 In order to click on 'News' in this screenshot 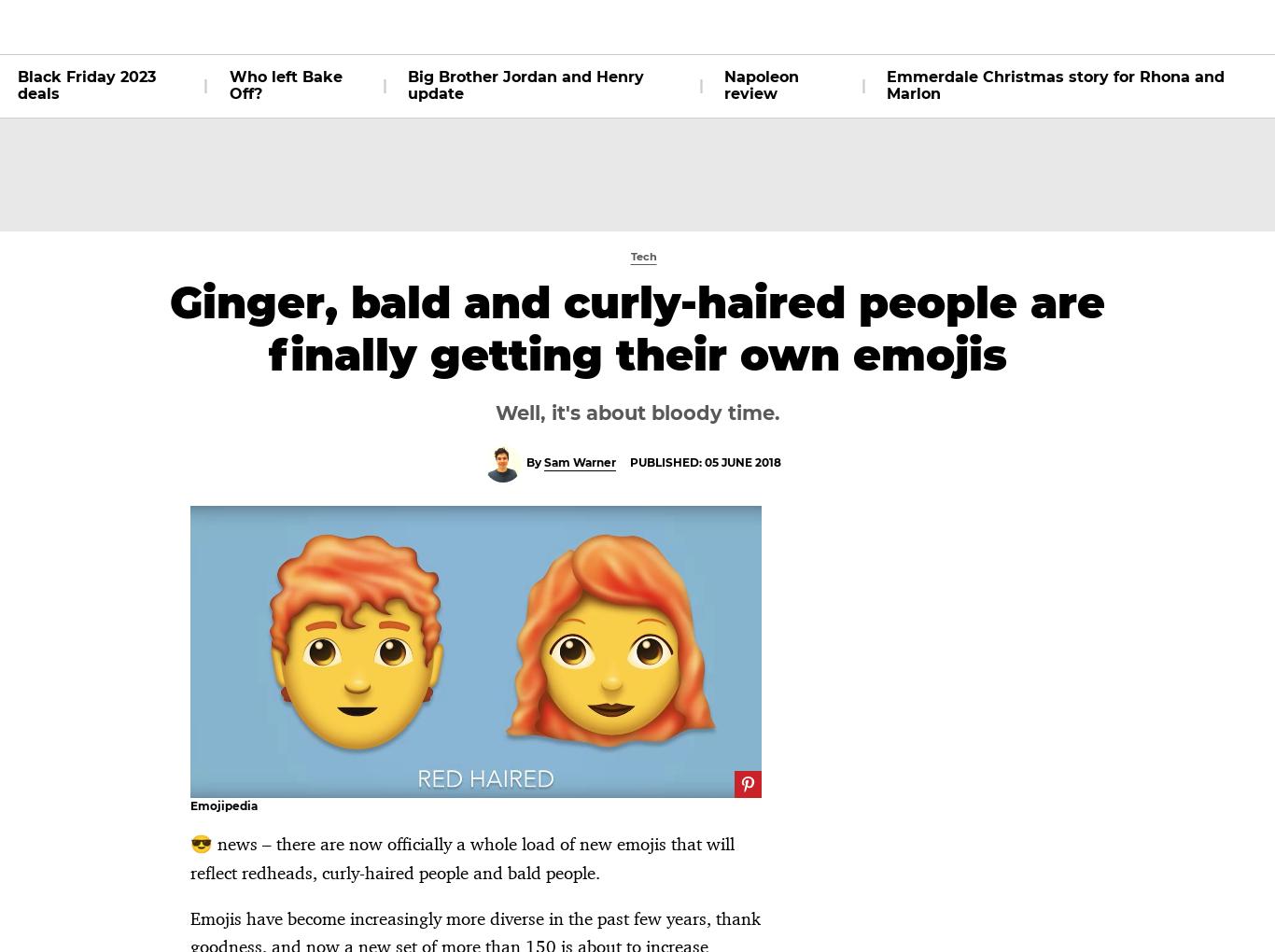, I will do `click(666, 25)`.